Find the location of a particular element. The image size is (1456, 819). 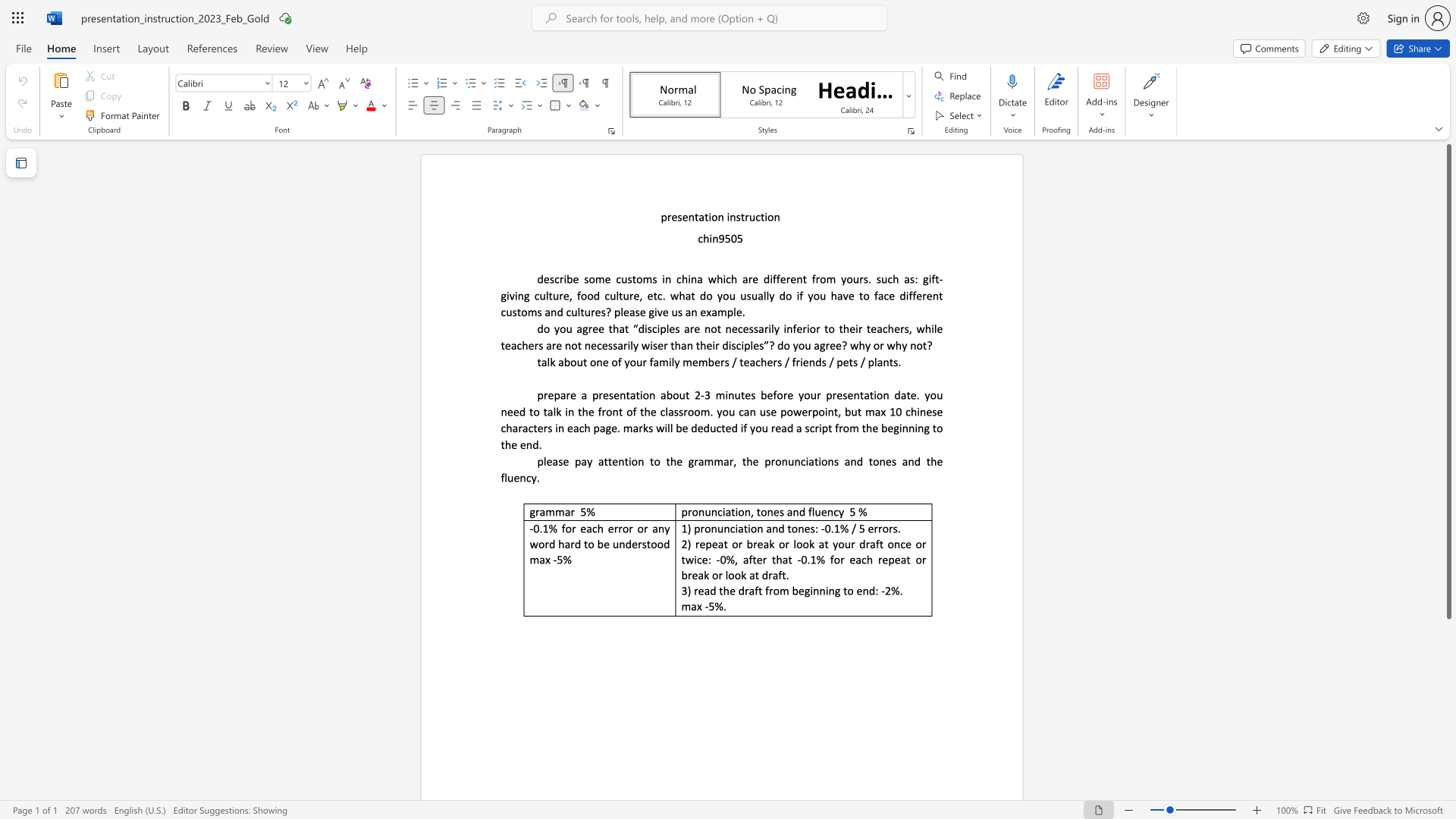

the scrollbar to slide the page down is located at coordinates (1448, 681).